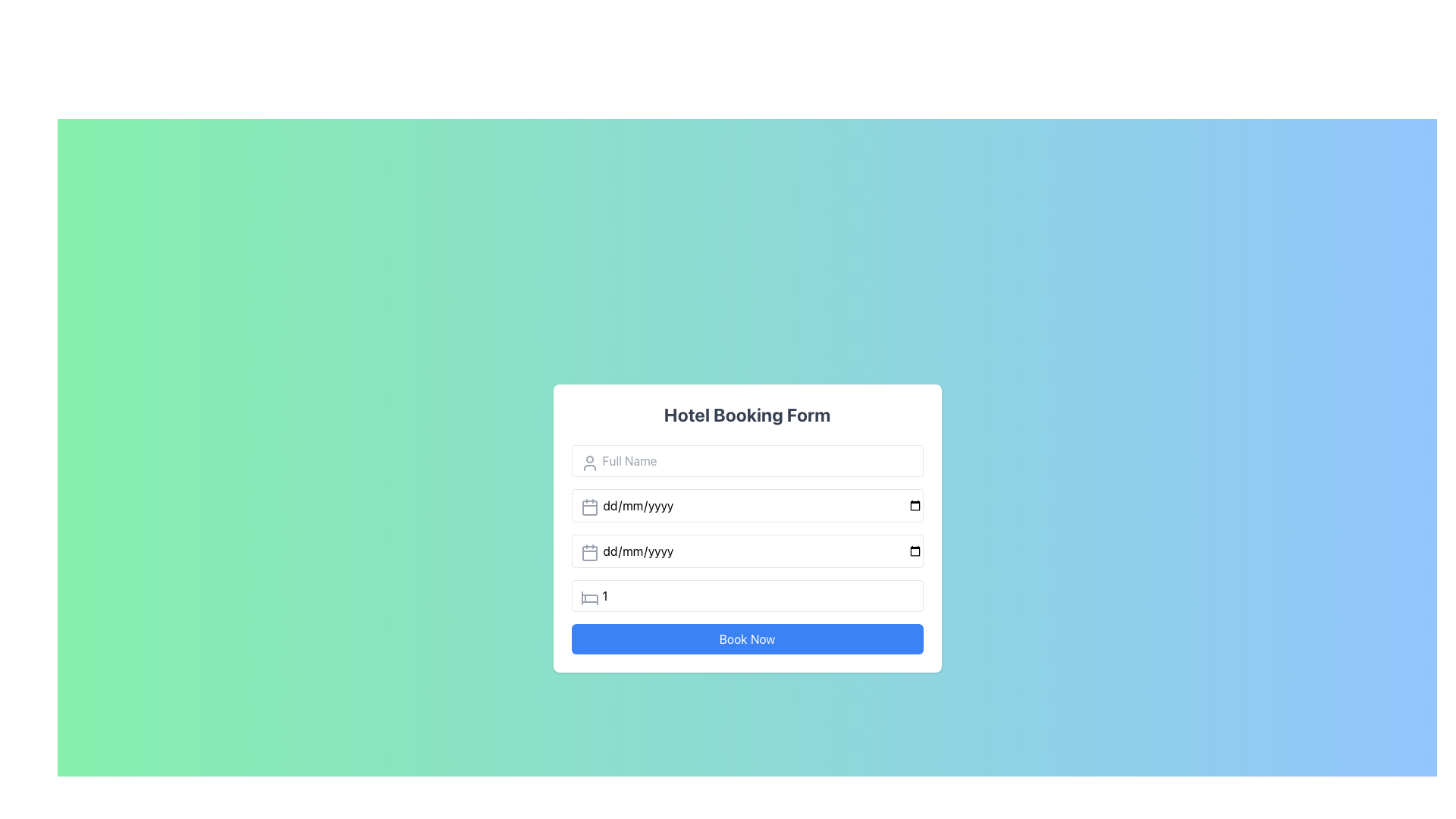 This screenshot has width=1456, height=819. What do you see at coordinates (588, 598) in the screenshot?
I see `the gray SVG bed icon located at the beginning of the 'Guests' input field in the 'Hotel Booking Form'` at bounding box center [588, 598].